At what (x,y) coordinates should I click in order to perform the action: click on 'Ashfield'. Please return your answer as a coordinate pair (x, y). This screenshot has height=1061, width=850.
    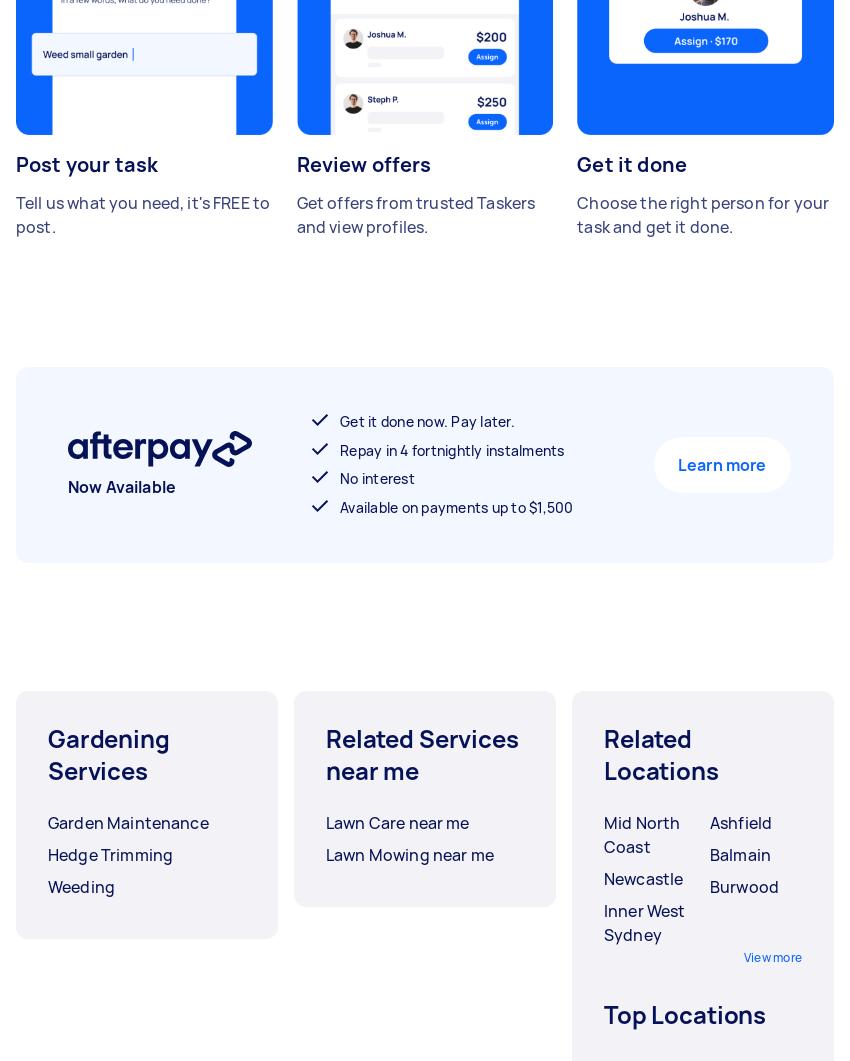
    Looking at the image, I should click on (741, 823).